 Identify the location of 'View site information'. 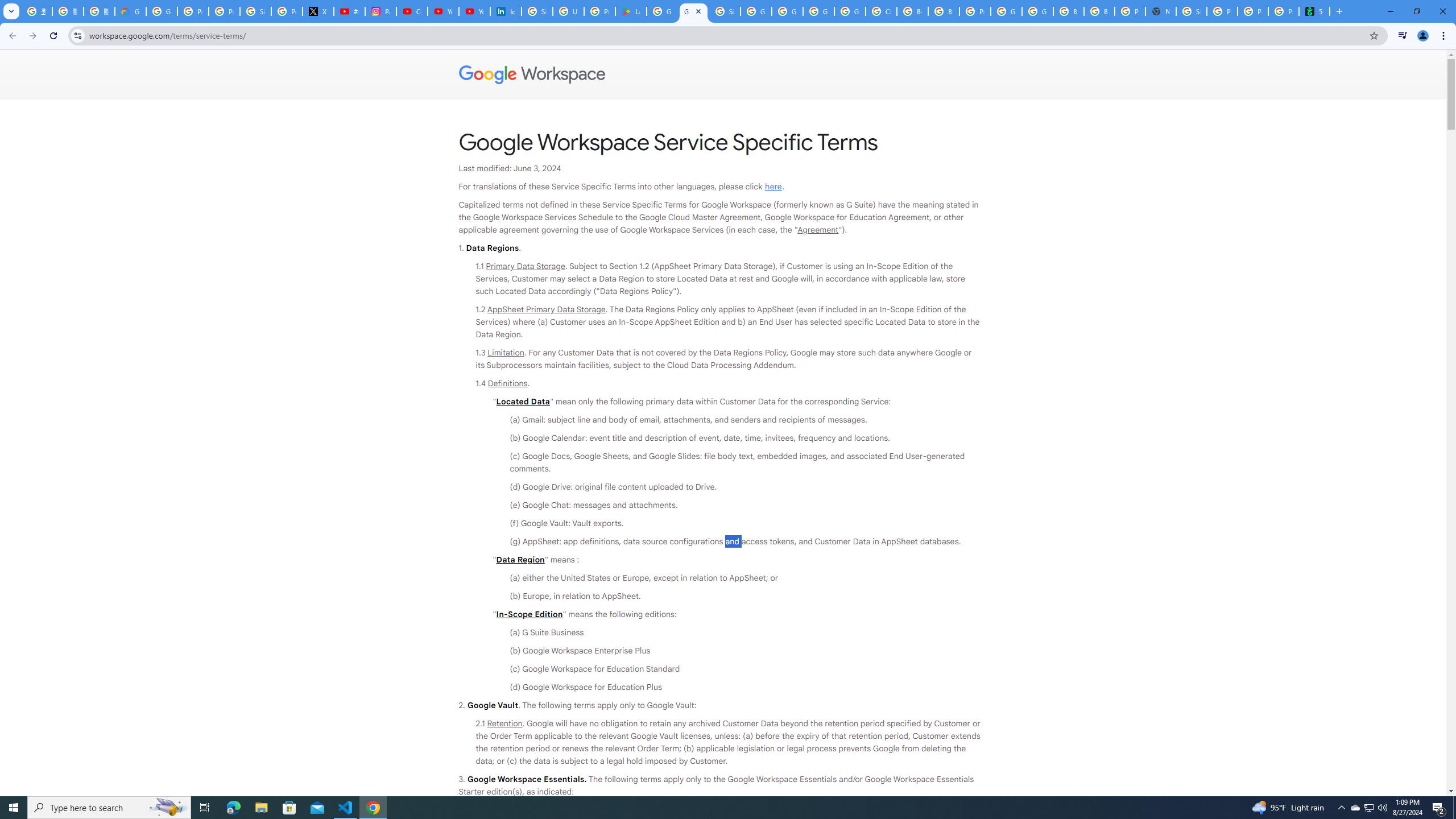
(77, 35).